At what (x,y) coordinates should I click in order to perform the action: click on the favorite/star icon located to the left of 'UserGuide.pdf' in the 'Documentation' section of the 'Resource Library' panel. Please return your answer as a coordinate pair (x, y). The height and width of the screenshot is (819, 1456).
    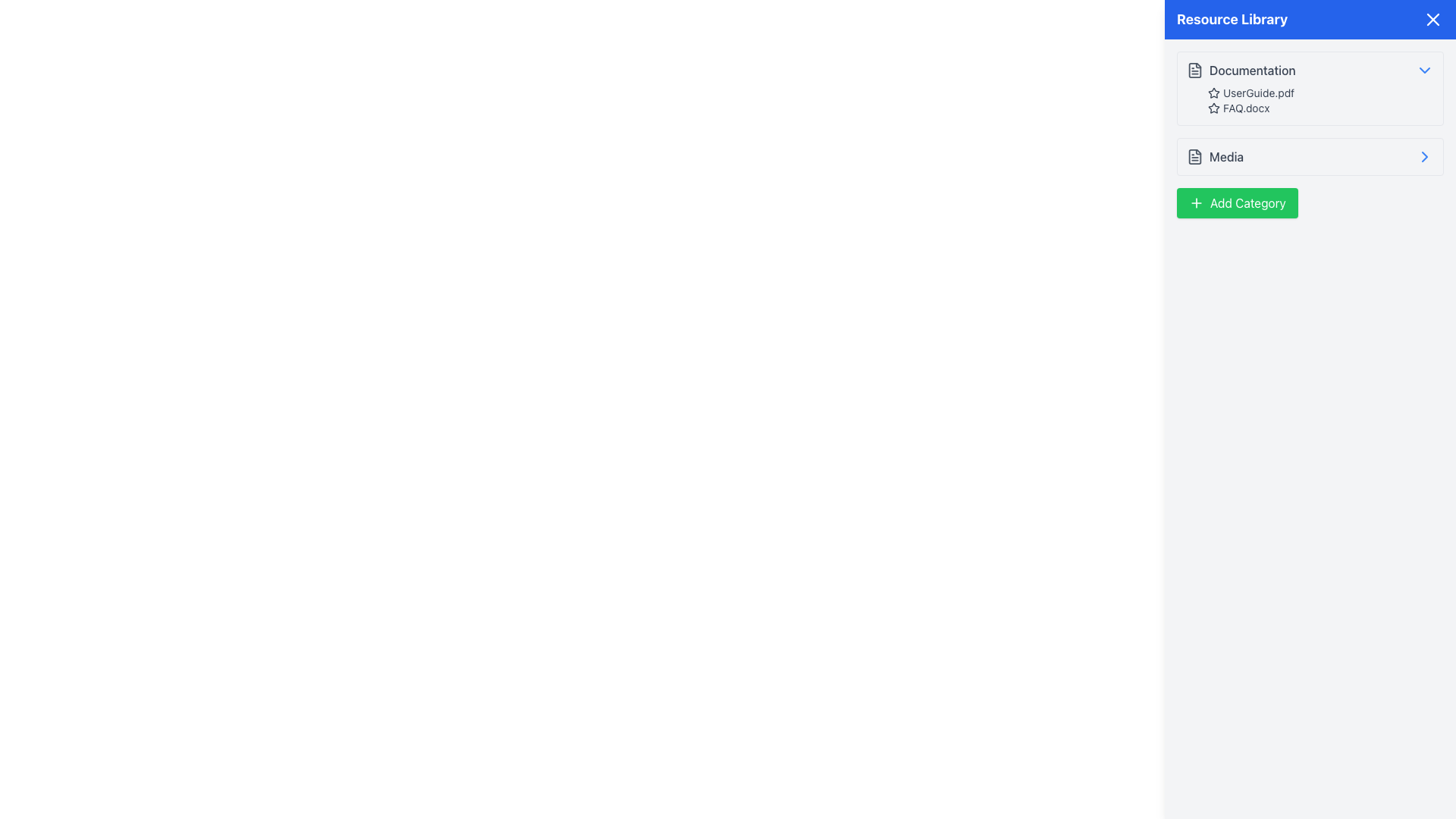
    Looking at the image, I should click on (1214, 93).